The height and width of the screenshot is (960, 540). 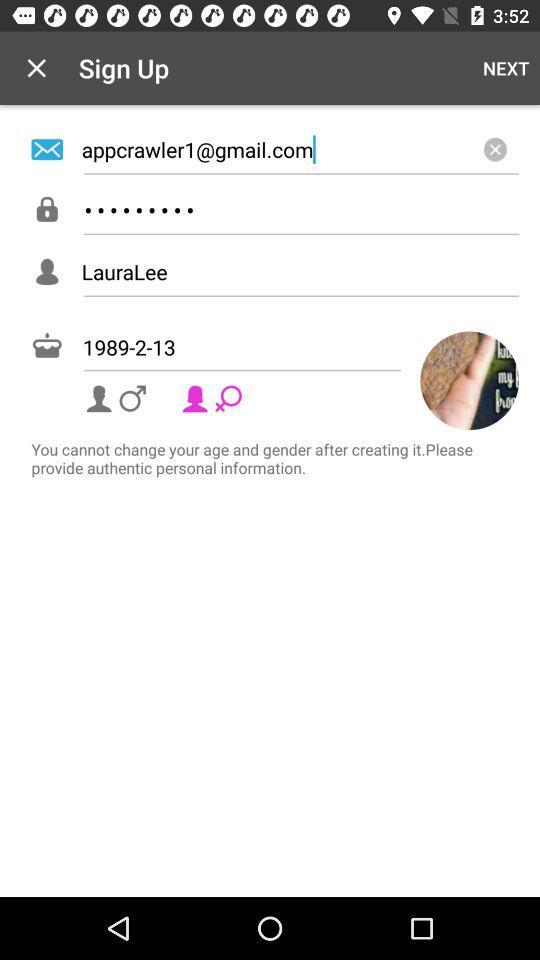 I want to click on lauralee icon, so click(x=299, y=270).